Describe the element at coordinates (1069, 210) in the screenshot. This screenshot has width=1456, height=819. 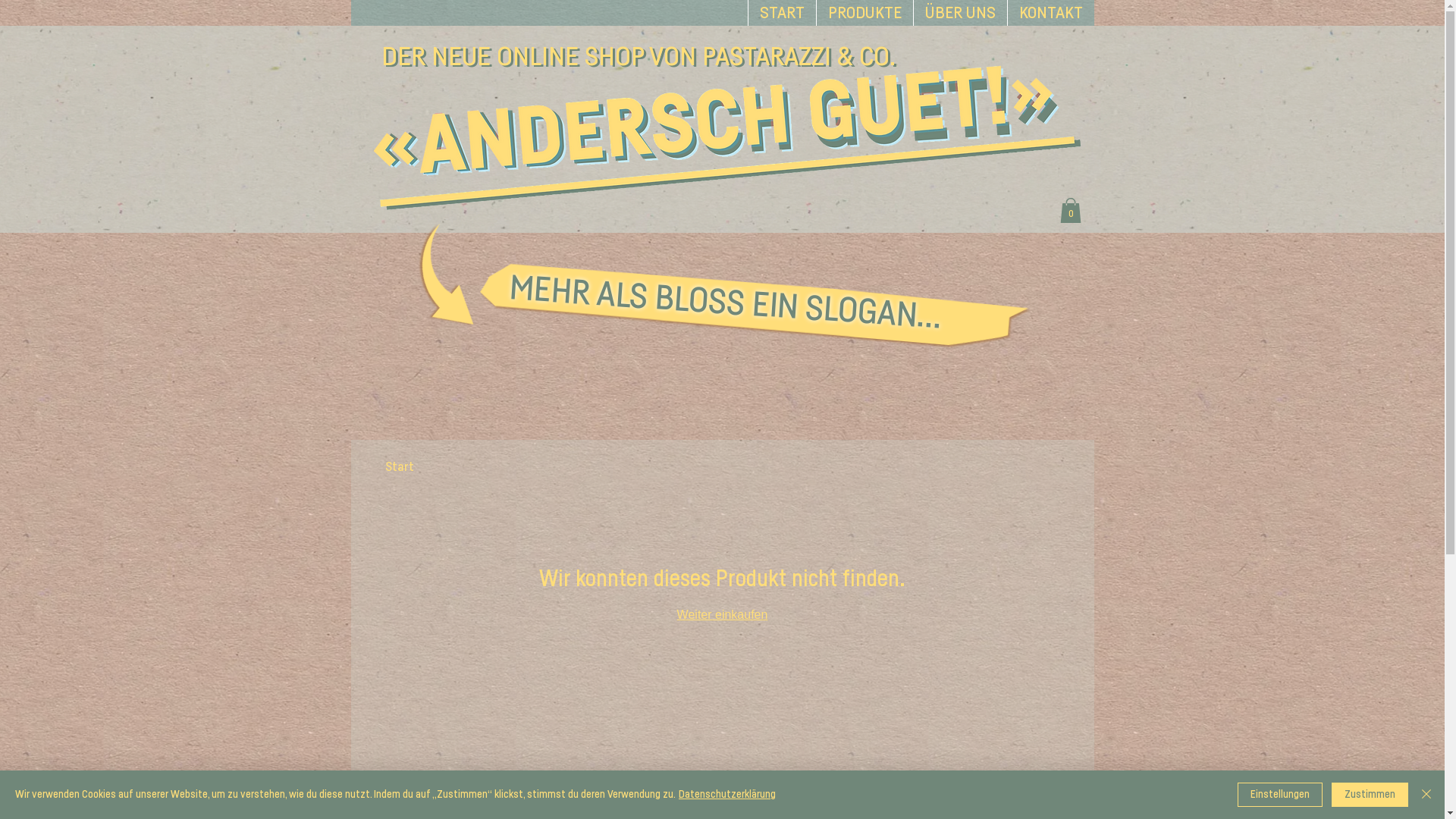
I see `'0'` at that location.